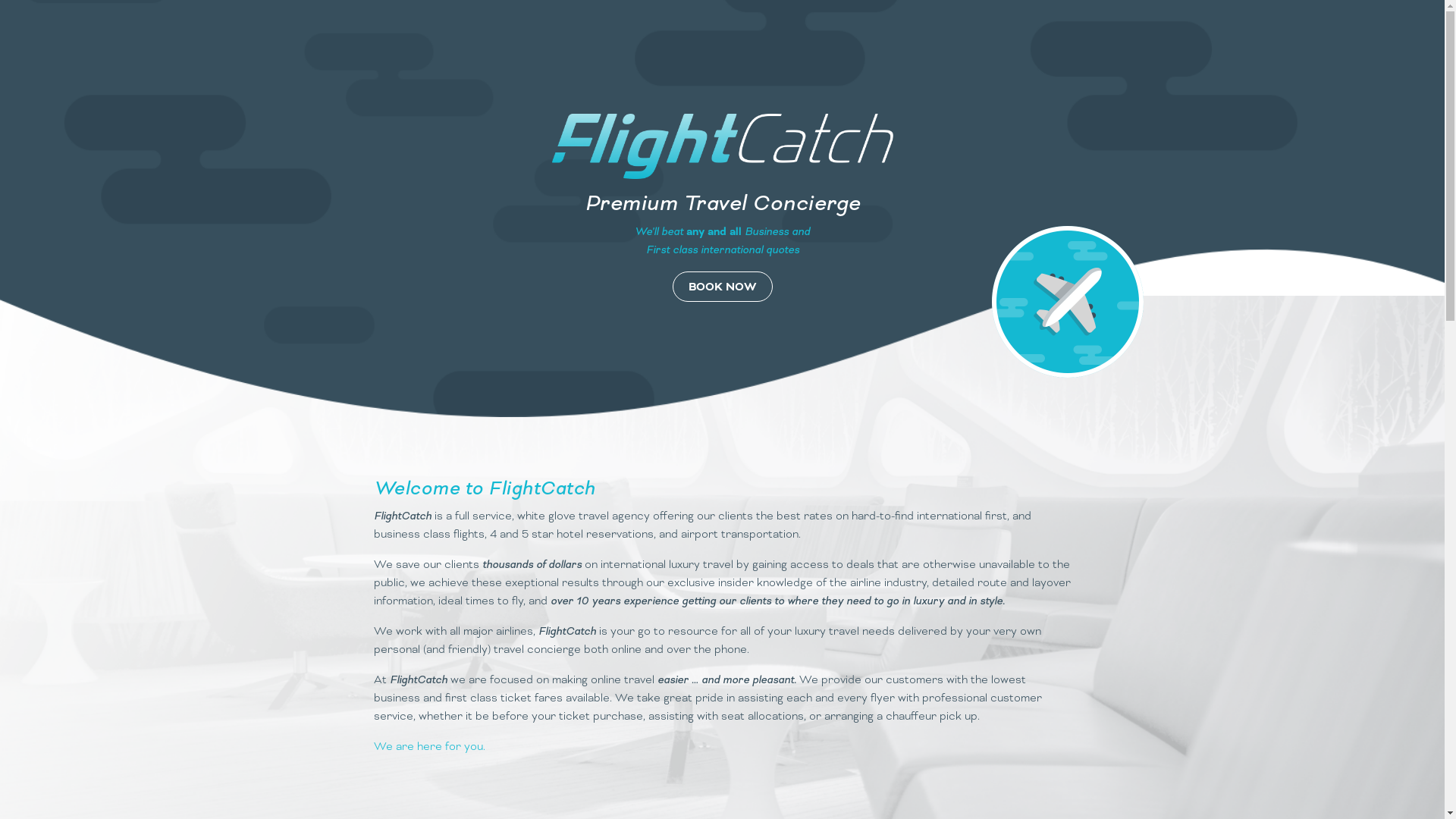 This screenshot has width=1456, height=819. I want to click on 'BOOK NOW', so click(720, 287).